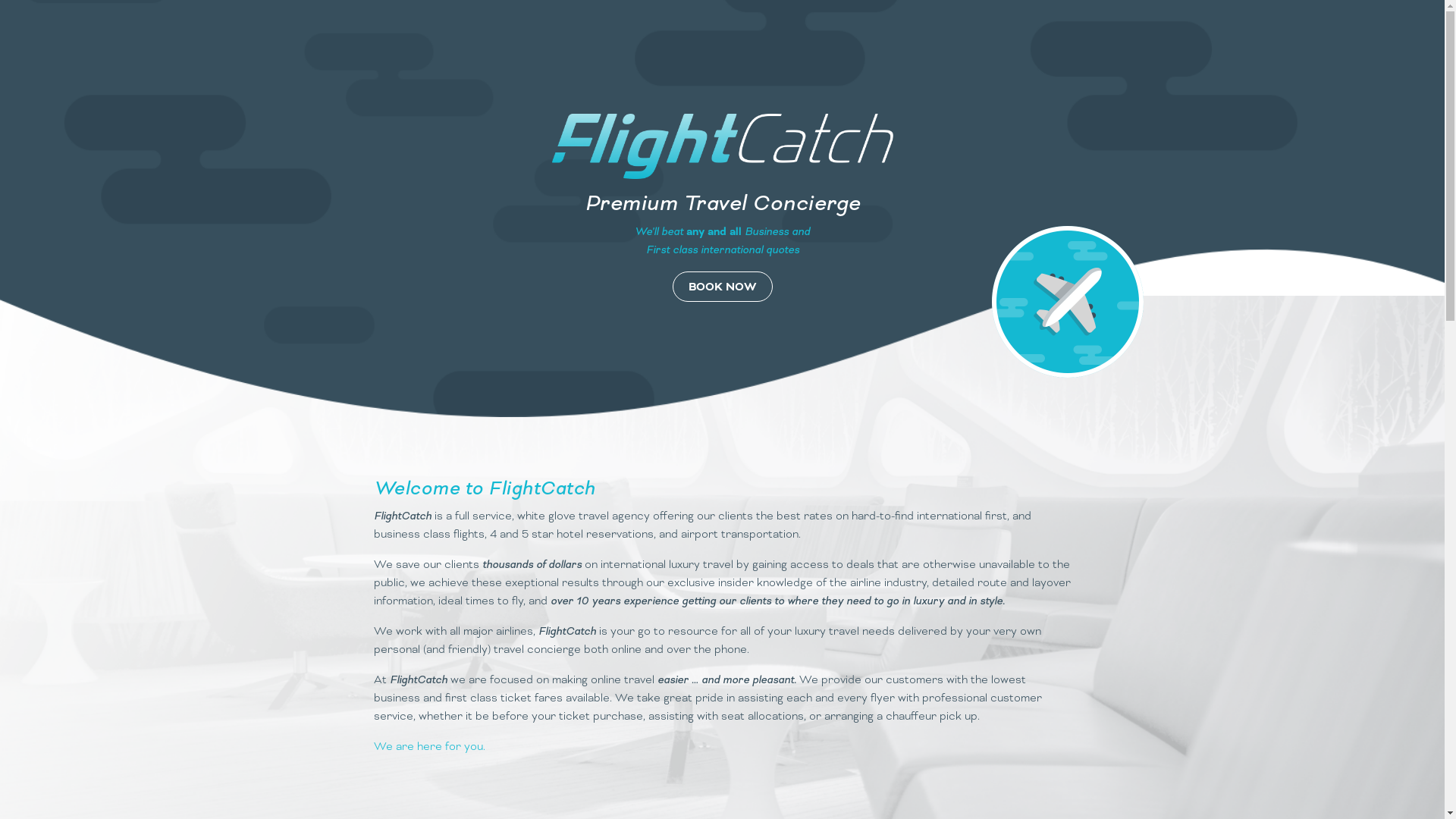 This screenshot has width=1456, height=819. I want to click on 'BOOK NOW', so click(720, 287).